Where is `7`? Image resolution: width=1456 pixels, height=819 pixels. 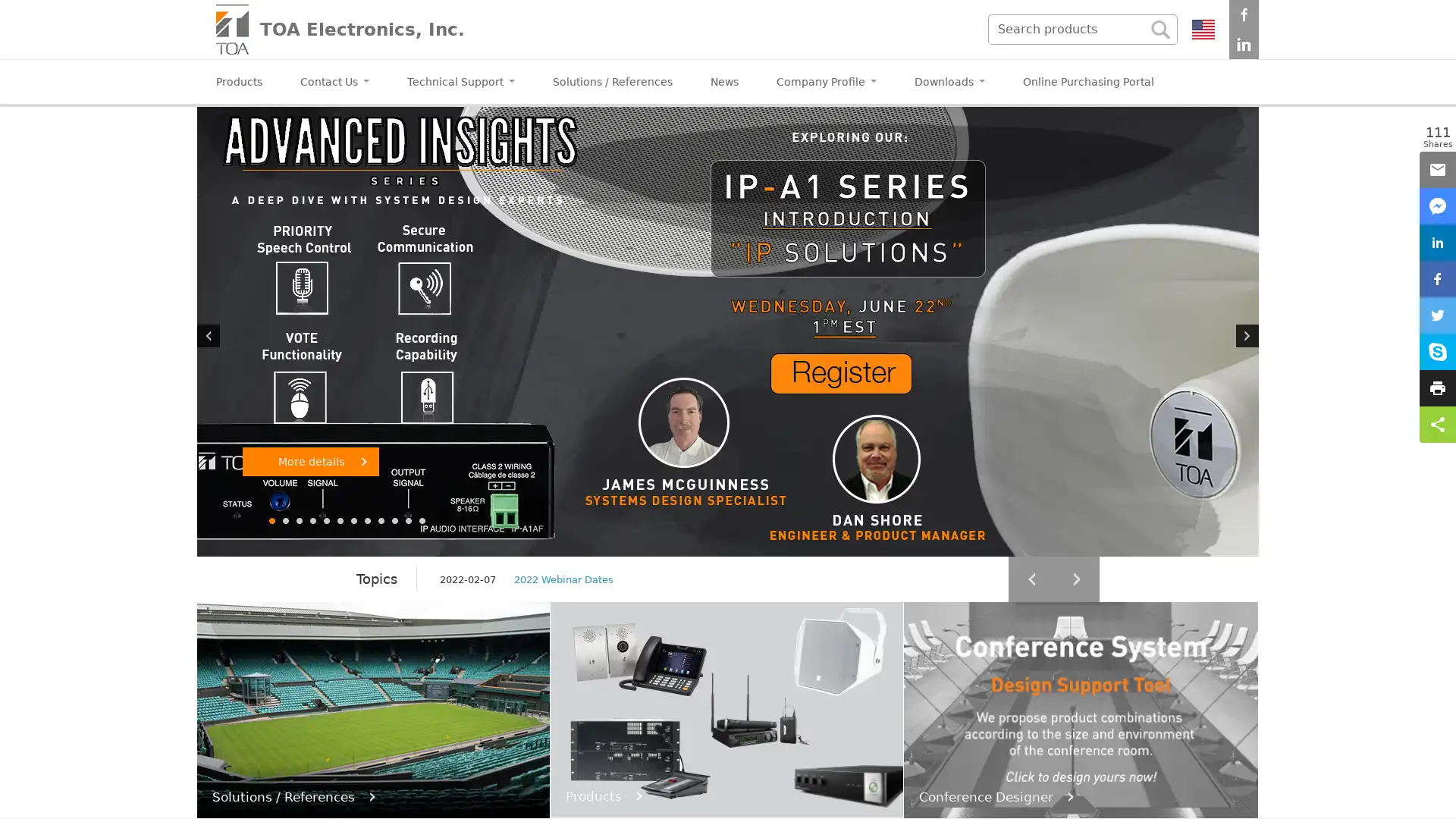 7 is located at coordinates (354, 519).